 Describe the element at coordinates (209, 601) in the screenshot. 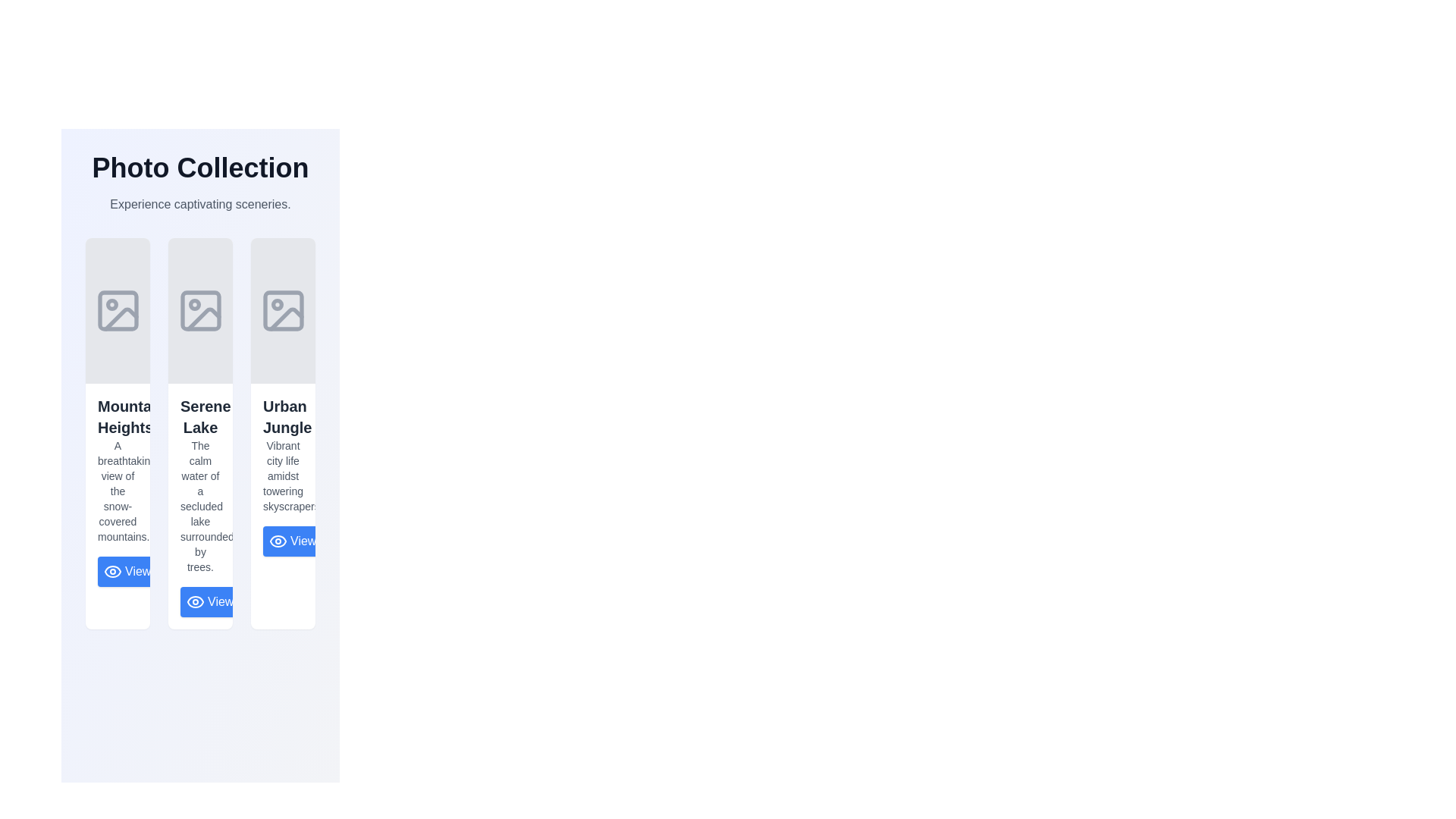

I see `the 'View' button located in the middle column, directly below the 'Serene Lake' description` at that location.